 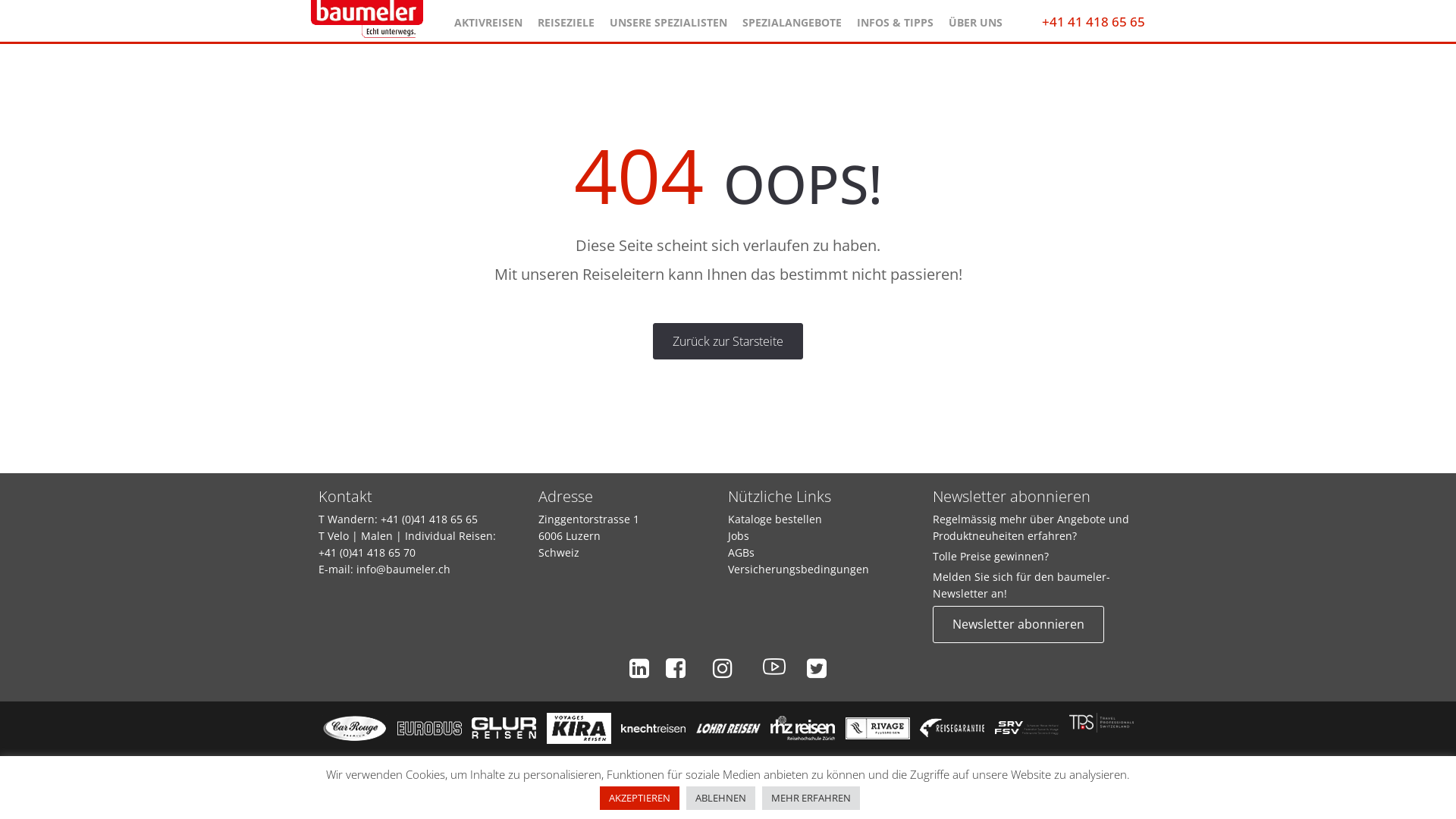 I want to click on 'info@baumeler.ch', so click(x=403, y=569).